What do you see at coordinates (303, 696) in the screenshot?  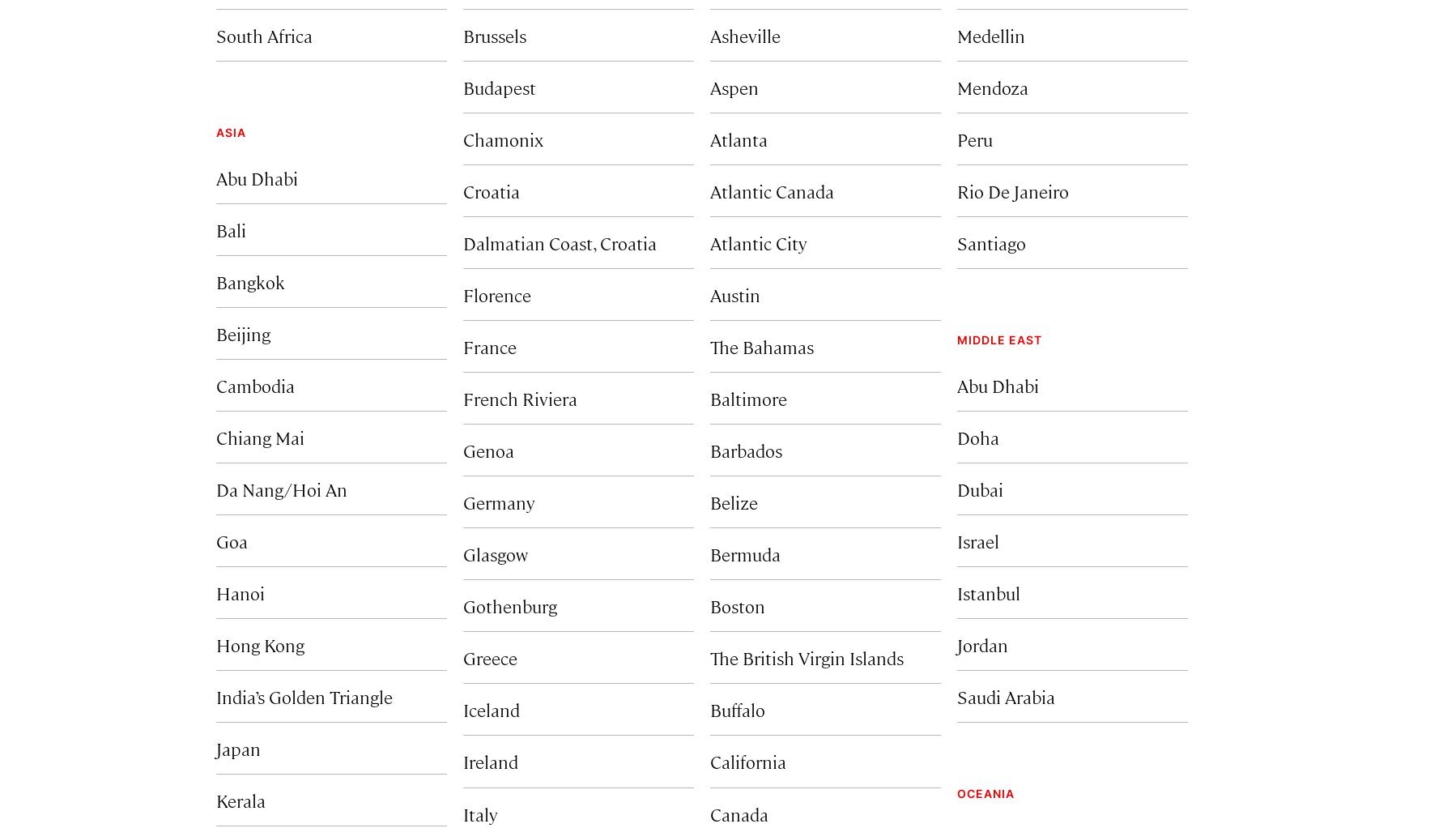 I see `'India’s Golden Triangle'` at bounding box center [303, 696].